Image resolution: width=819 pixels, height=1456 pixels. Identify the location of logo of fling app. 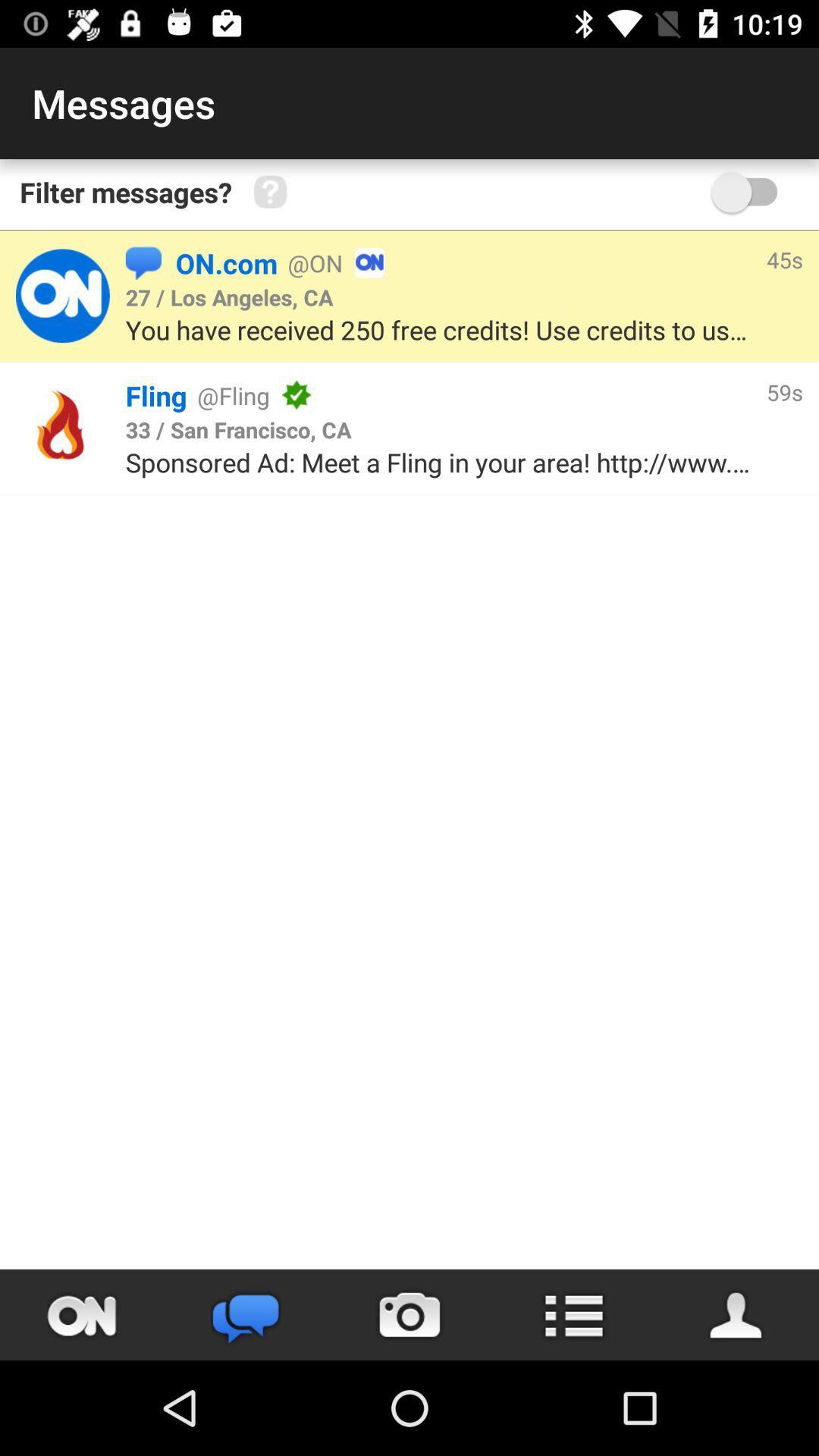
(61, 428).